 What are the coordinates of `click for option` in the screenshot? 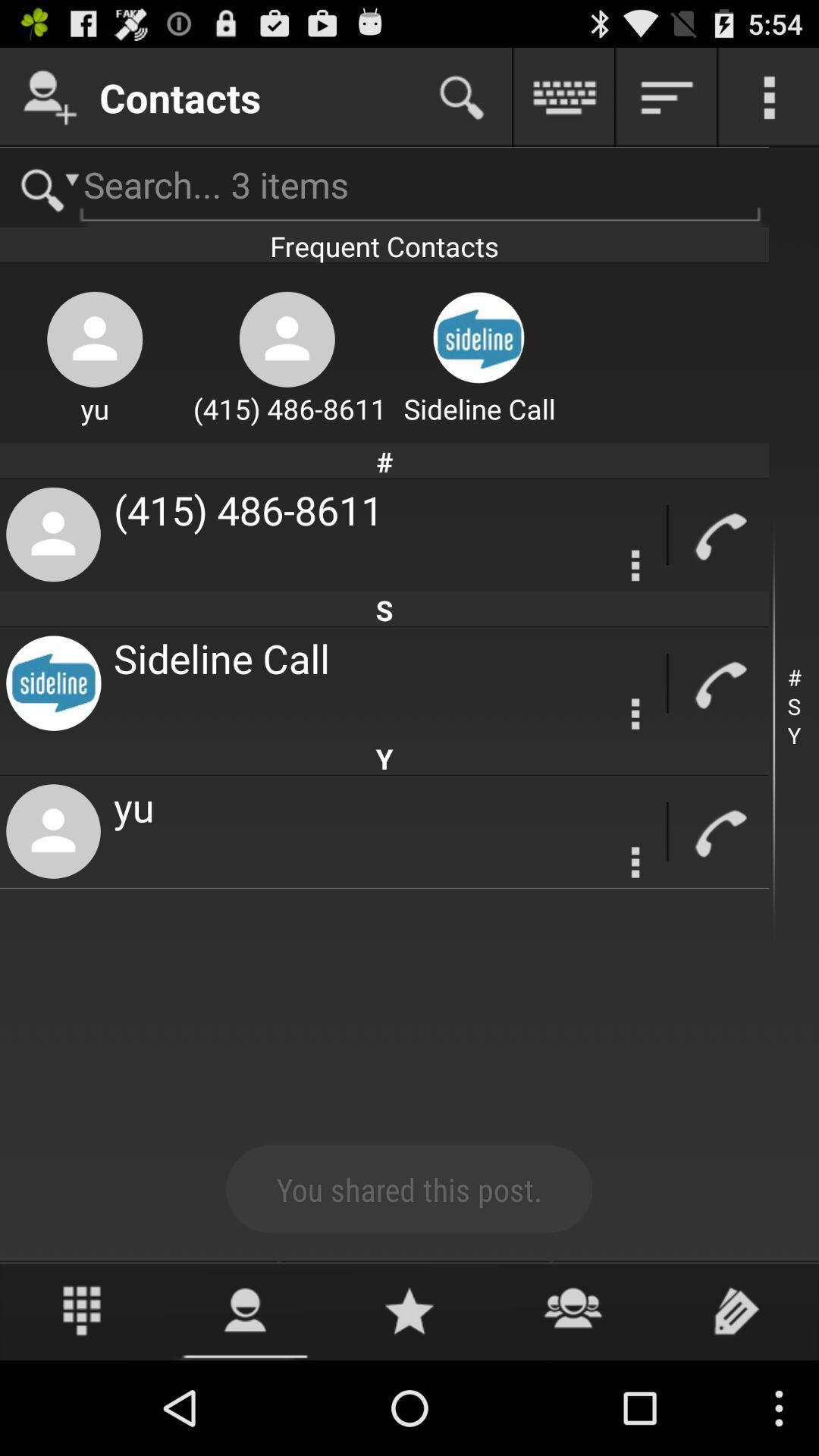 It's located at (635, 862).